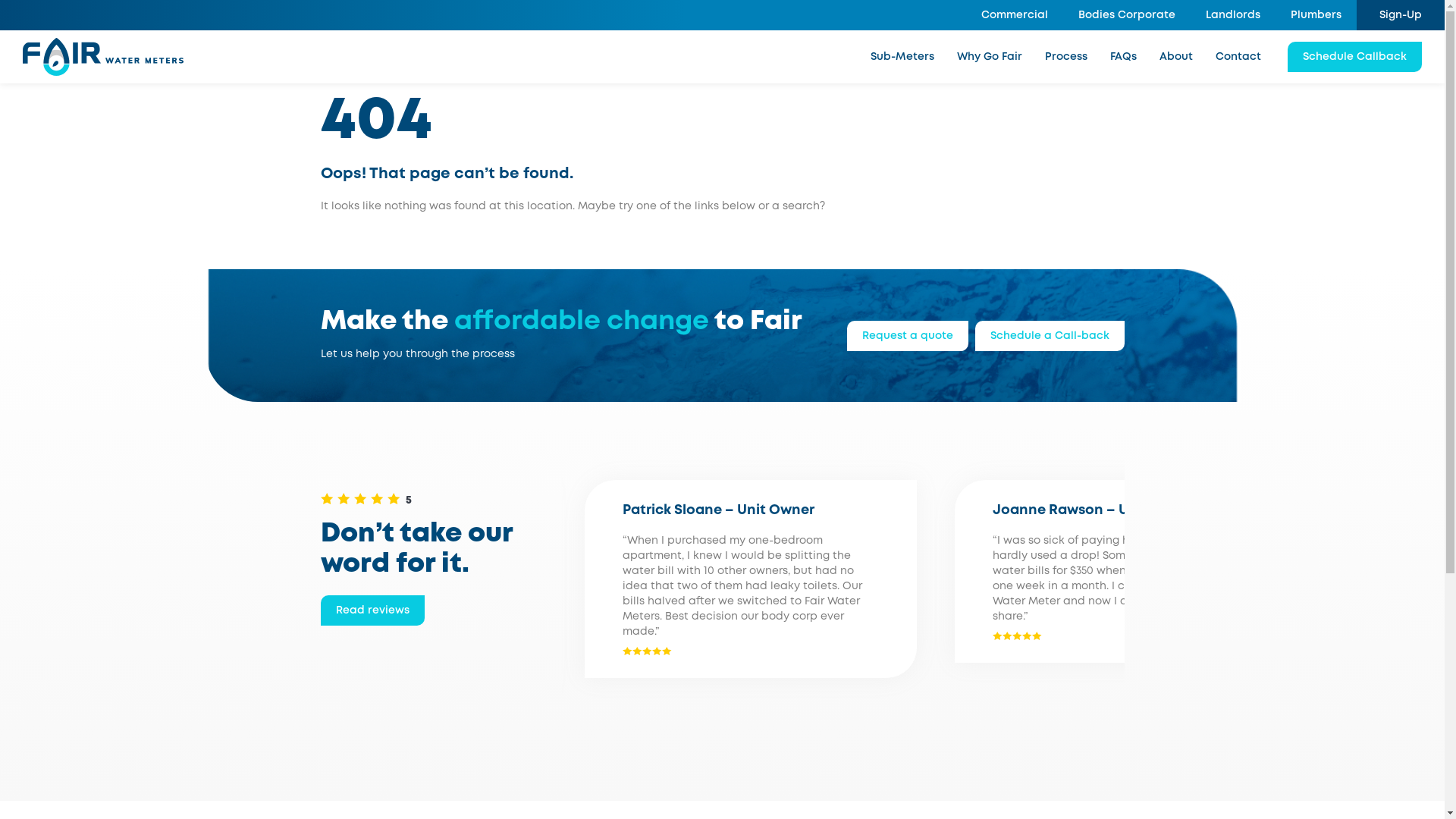  What do you see at coordinates (319, 610) in the screenshot?
I see `'Read reviews'` at bounding box center [319, 610].